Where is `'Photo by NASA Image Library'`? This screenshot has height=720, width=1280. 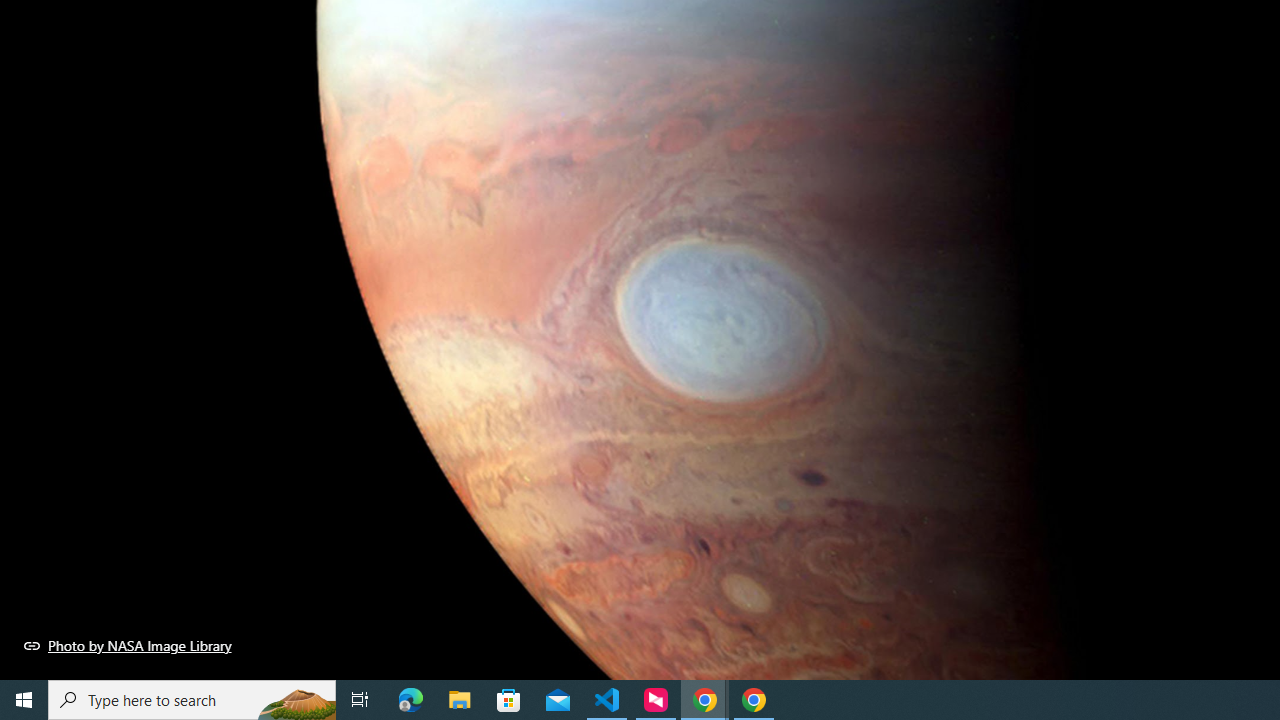
'Photo by NASA Image Library' is located at coordinates (127, 645).